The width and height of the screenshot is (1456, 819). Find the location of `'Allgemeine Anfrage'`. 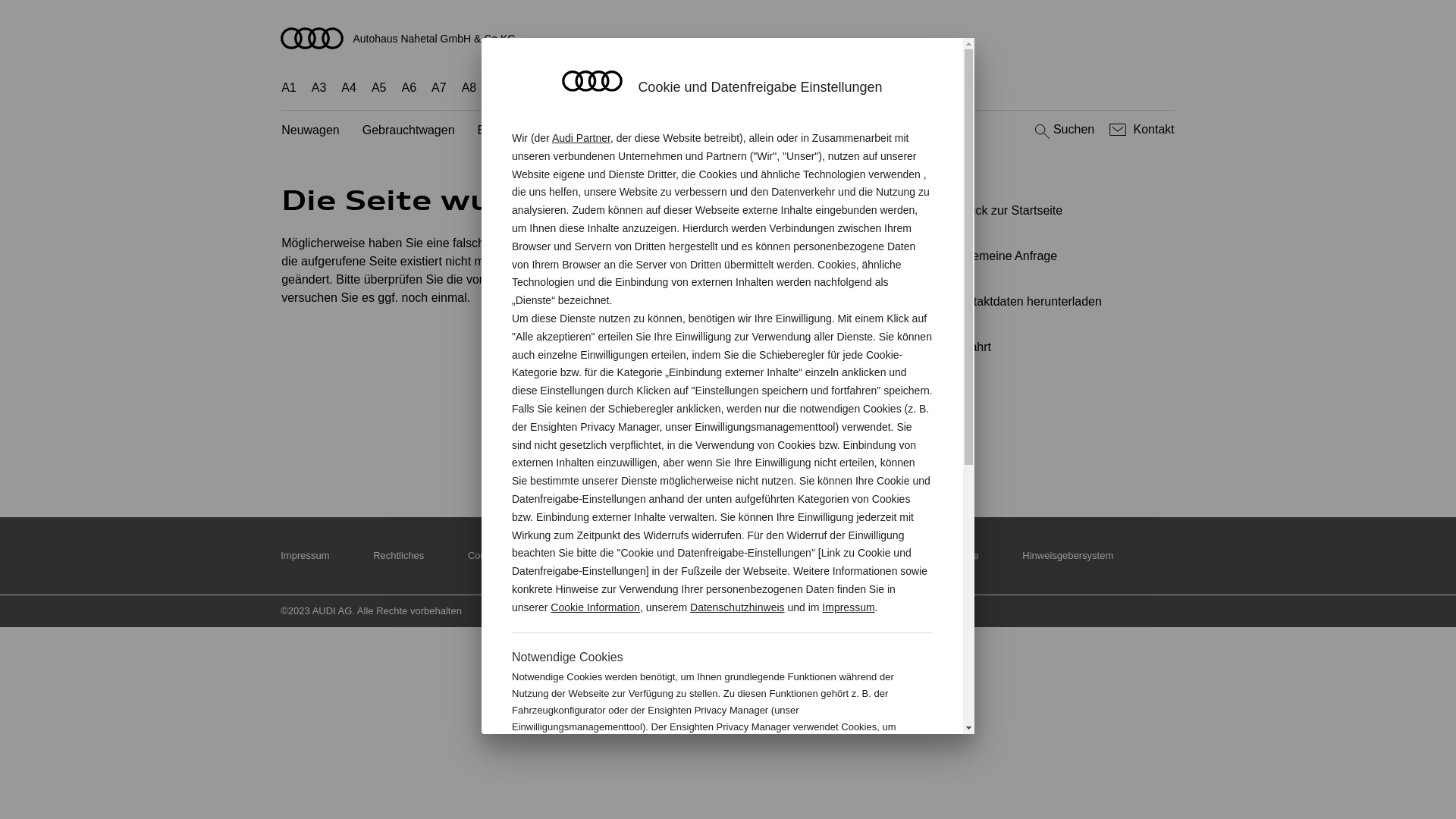

'Allgemeine Anfrage' is located at coordinates (1043, 256).